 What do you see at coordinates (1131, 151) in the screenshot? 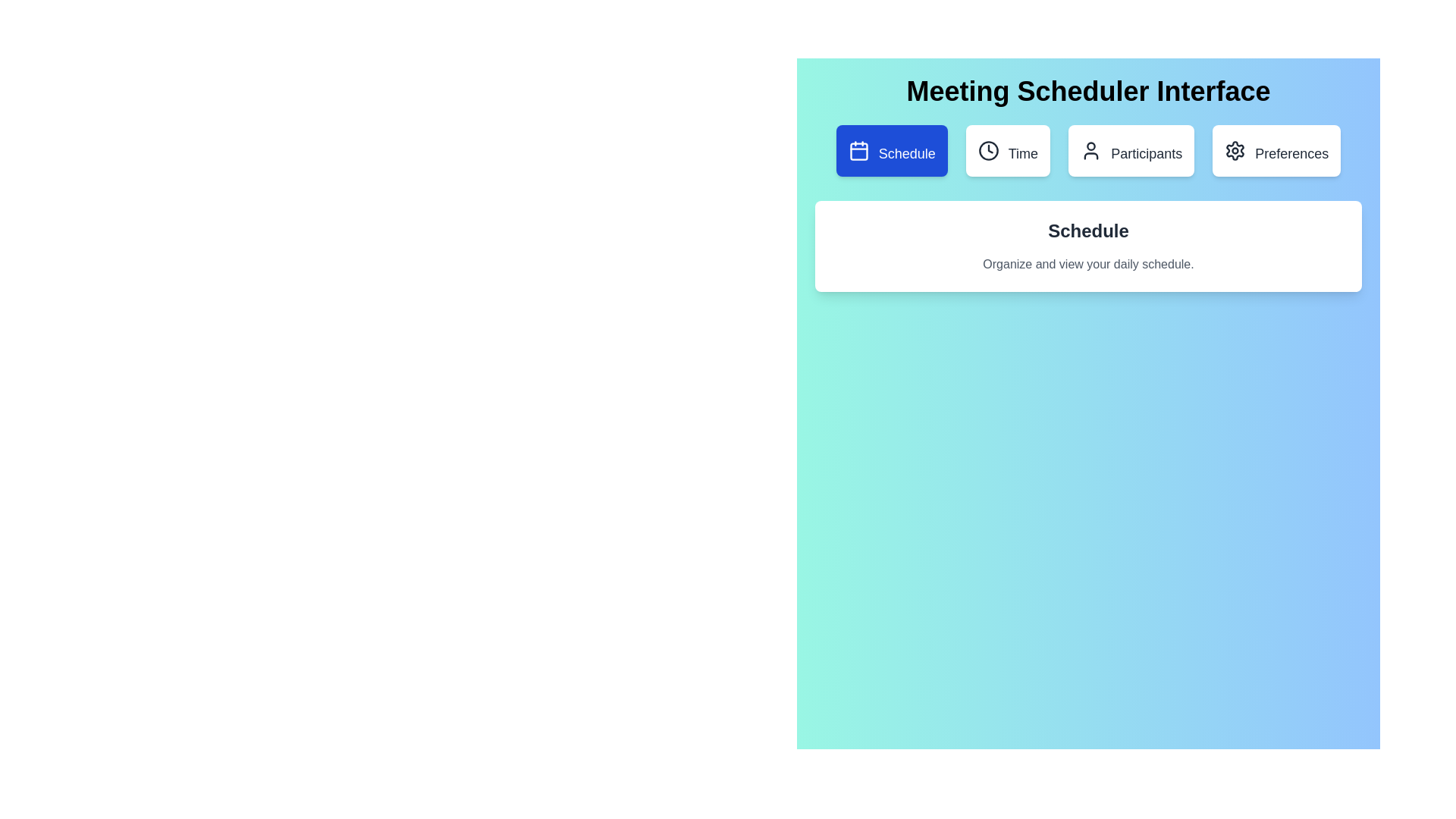
I see `the 'Participants' button` at bounding box center [1131, 151].